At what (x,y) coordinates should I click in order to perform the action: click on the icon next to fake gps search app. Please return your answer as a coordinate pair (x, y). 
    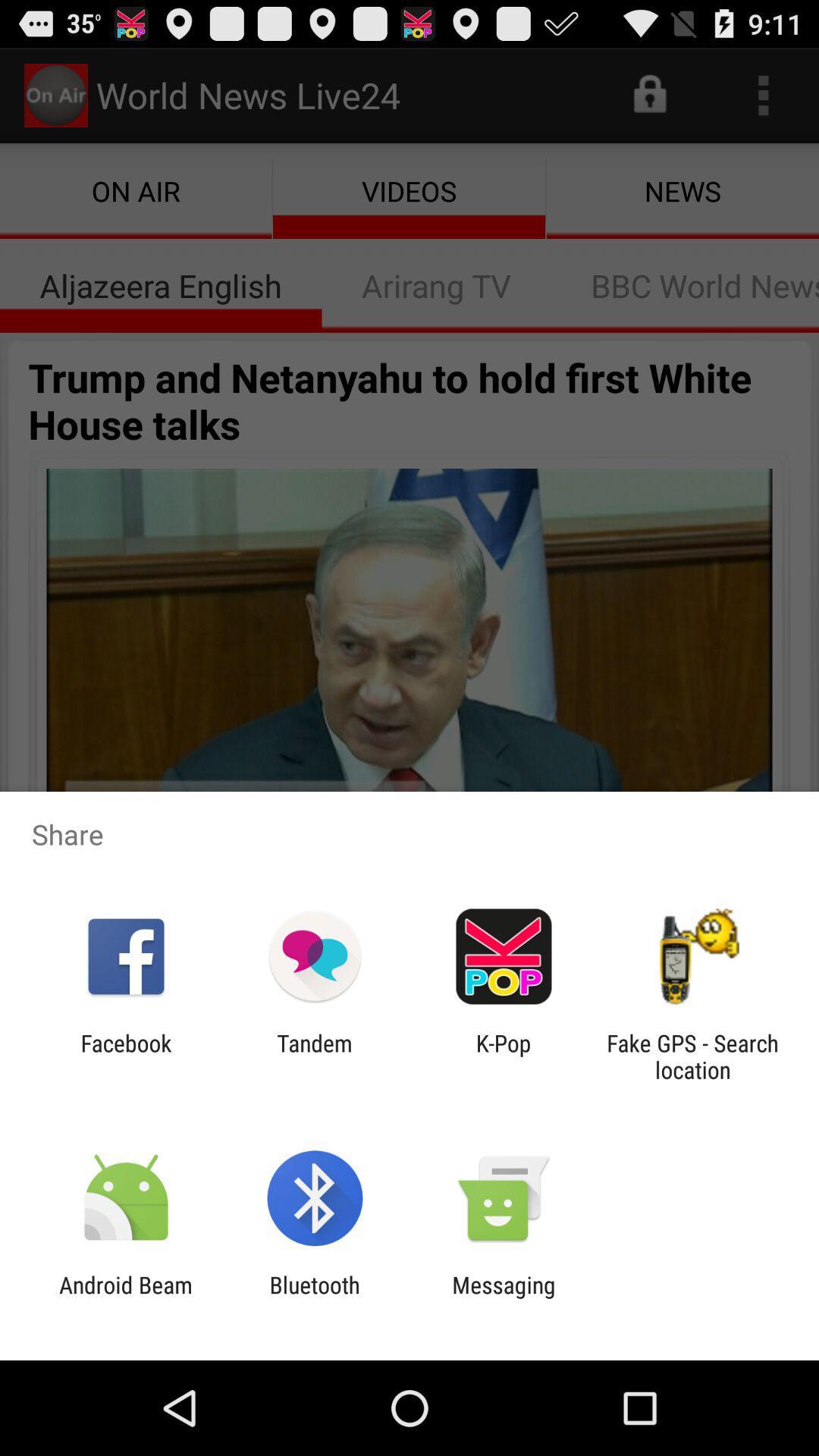
    Looking at the image, I should click on (504, 1056).